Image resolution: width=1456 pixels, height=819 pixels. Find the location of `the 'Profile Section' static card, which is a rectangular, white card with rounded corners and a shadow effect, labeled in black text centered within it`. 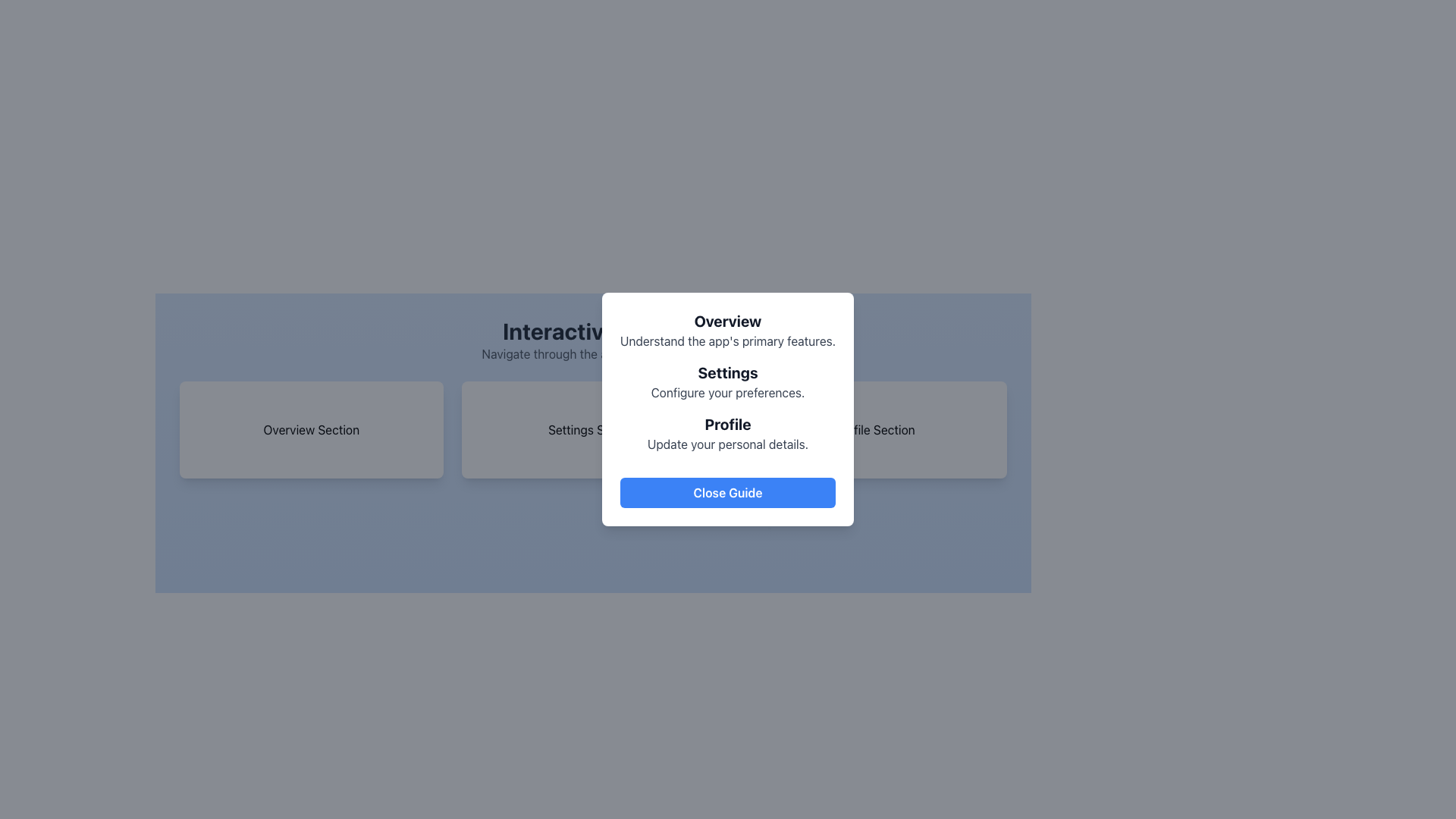

the 'Profile Section' static card, which is a rectangular, white card with rounded corners and a shadow effect, labeled in black text centered within it is located at coordinates (875, 430).